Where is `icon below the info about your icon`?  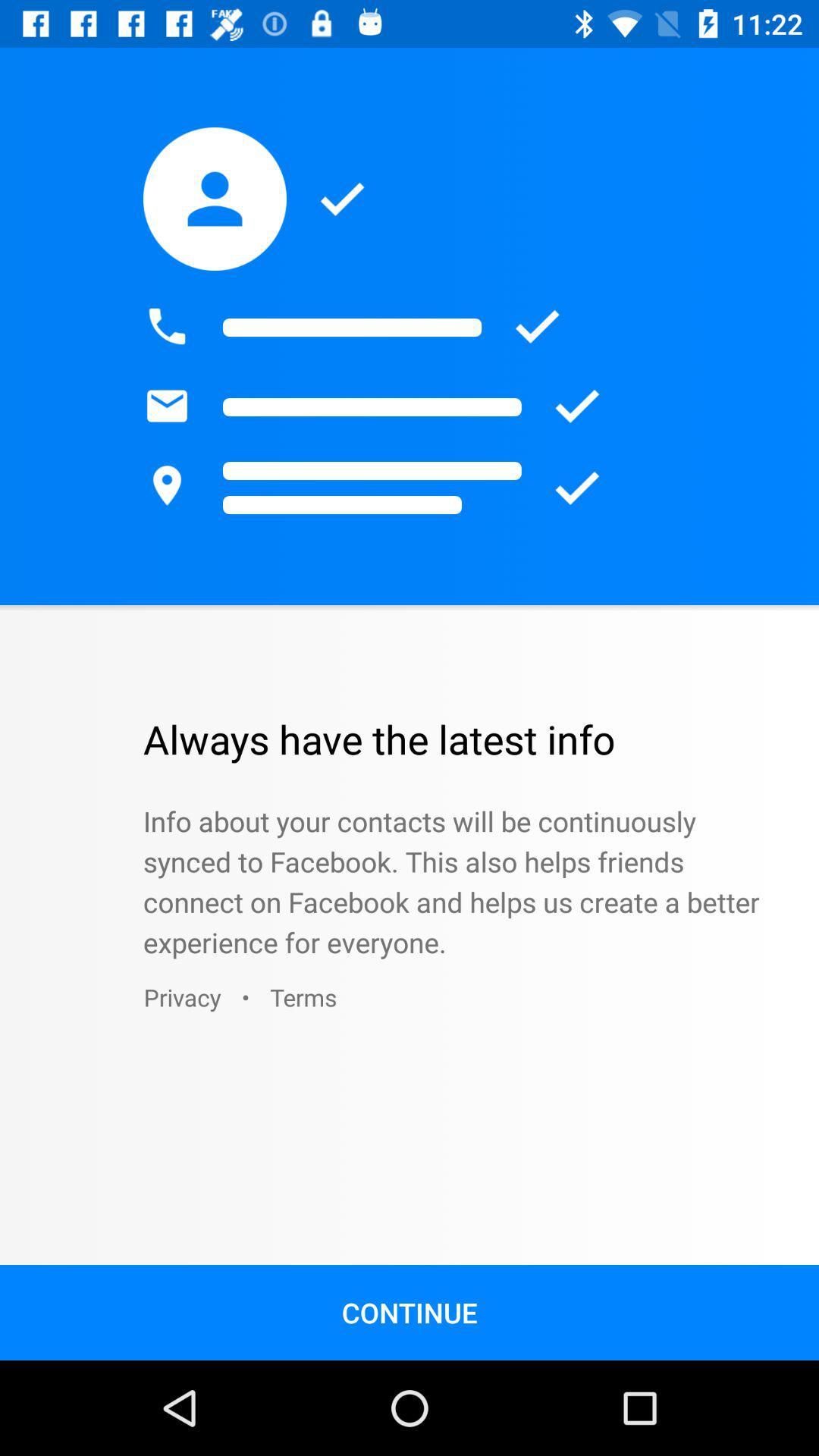 icon below the info about your icon is located at coordinates (181, 997).